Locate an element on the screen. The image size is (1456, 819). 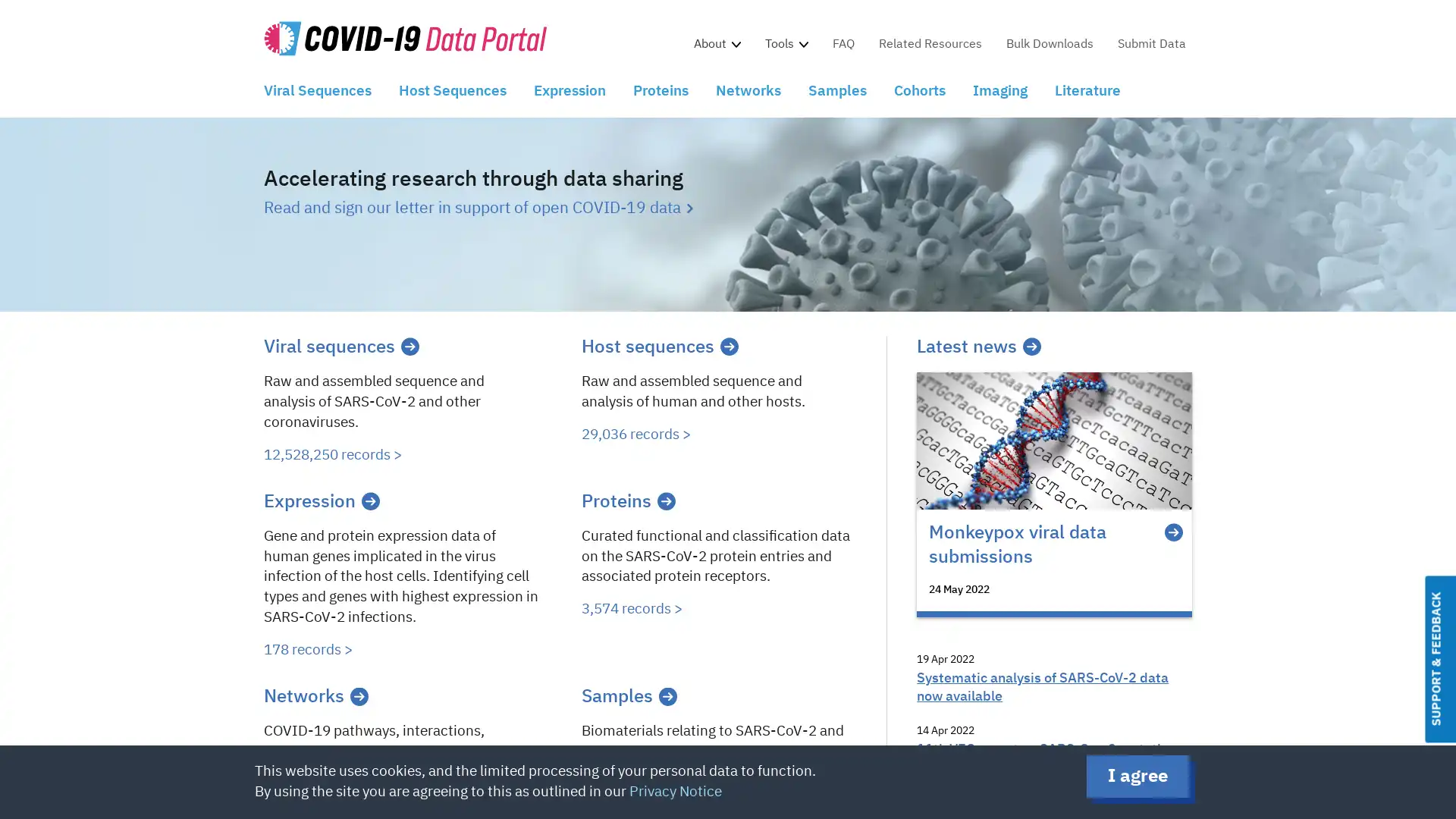
I agree is located at coordinates (1137, 776).